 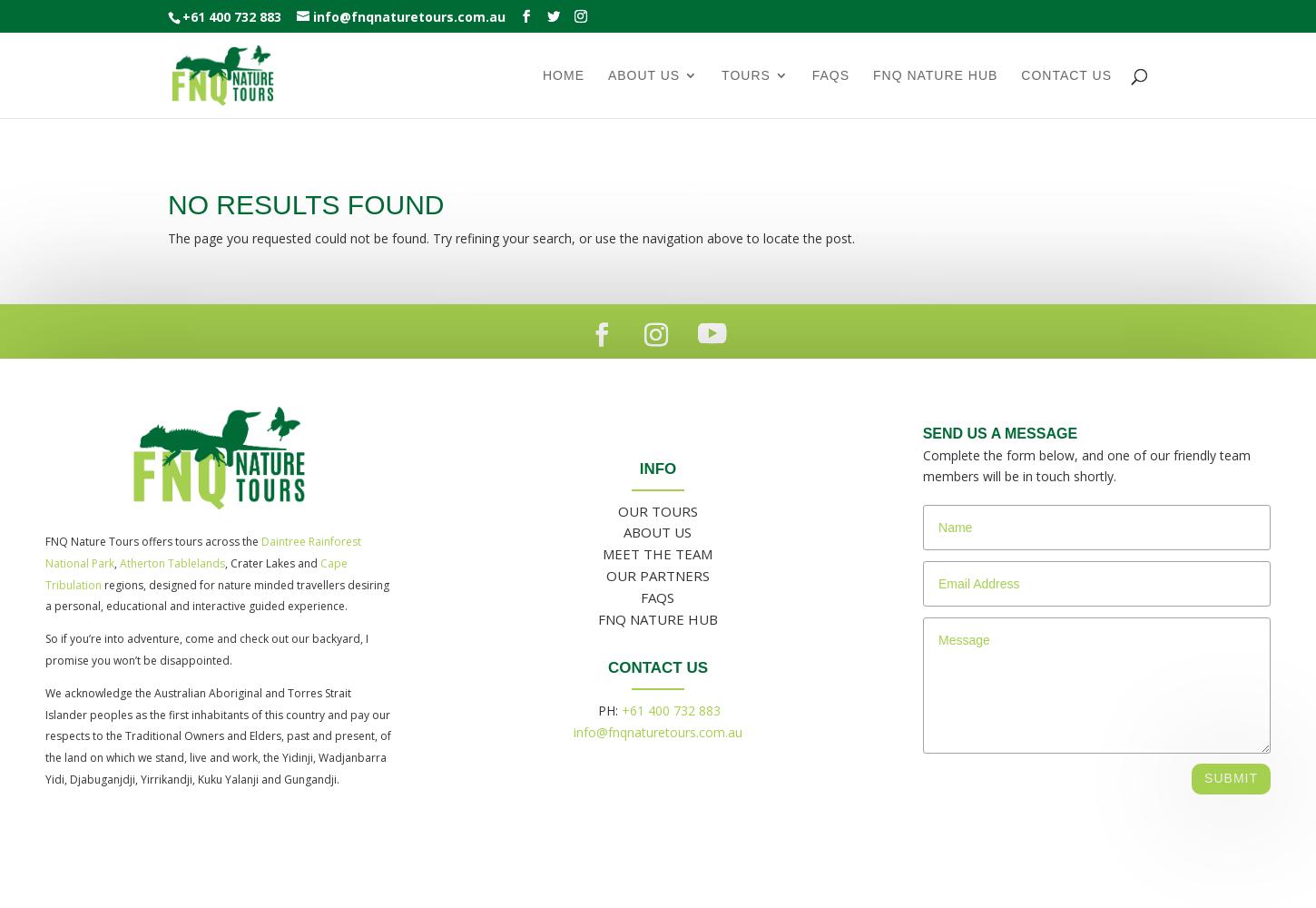 What do you see at coordinates (1039, 182) in the screenshot?
I see `'Daintree Afternoon and Nocturnal Tour'` at bounding box center [1039, 182].